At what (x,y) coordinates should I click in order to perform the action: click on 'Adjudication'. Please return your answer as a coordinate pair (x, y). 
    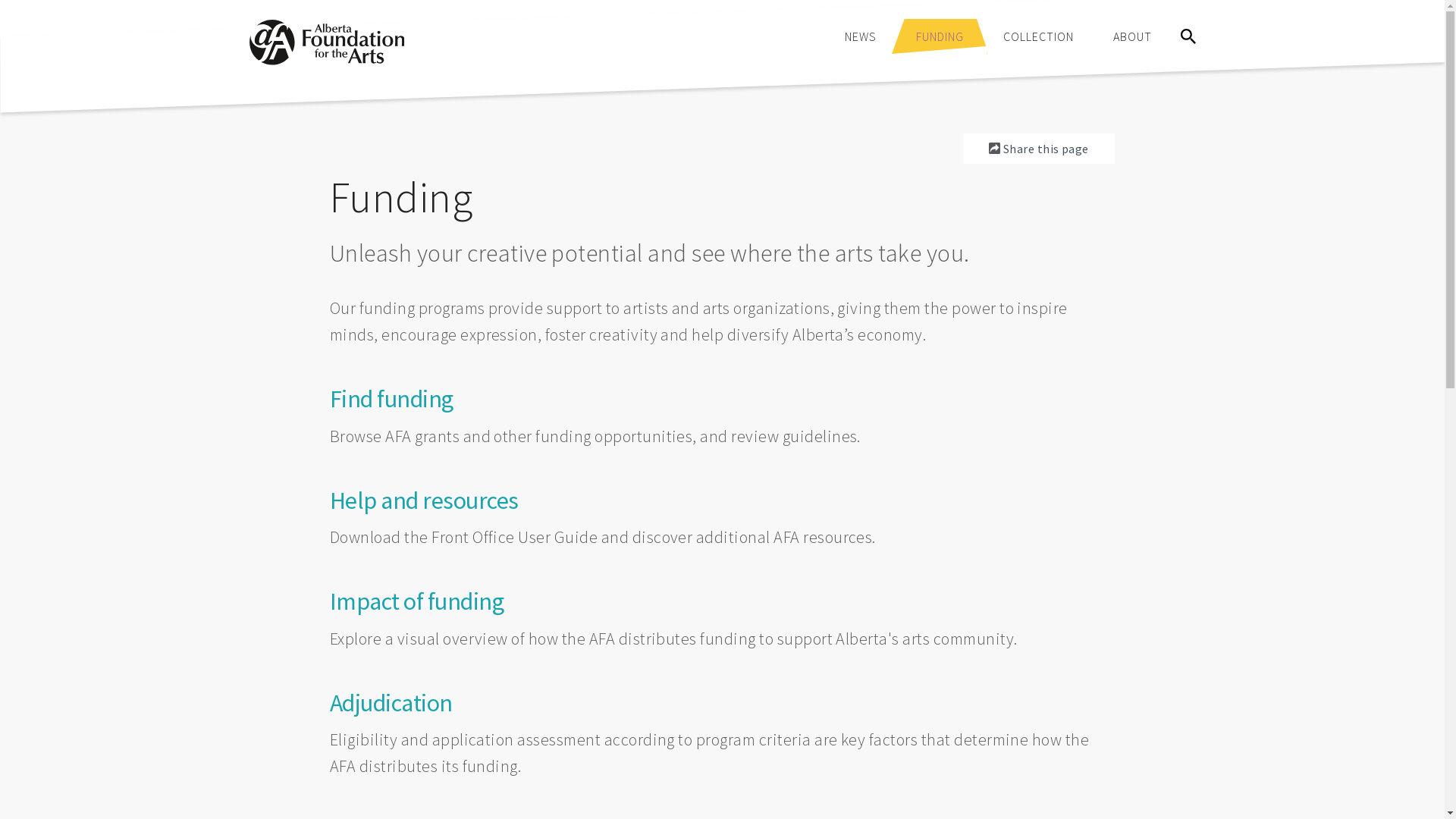
    Looking at the image, I should click on (391, 702).